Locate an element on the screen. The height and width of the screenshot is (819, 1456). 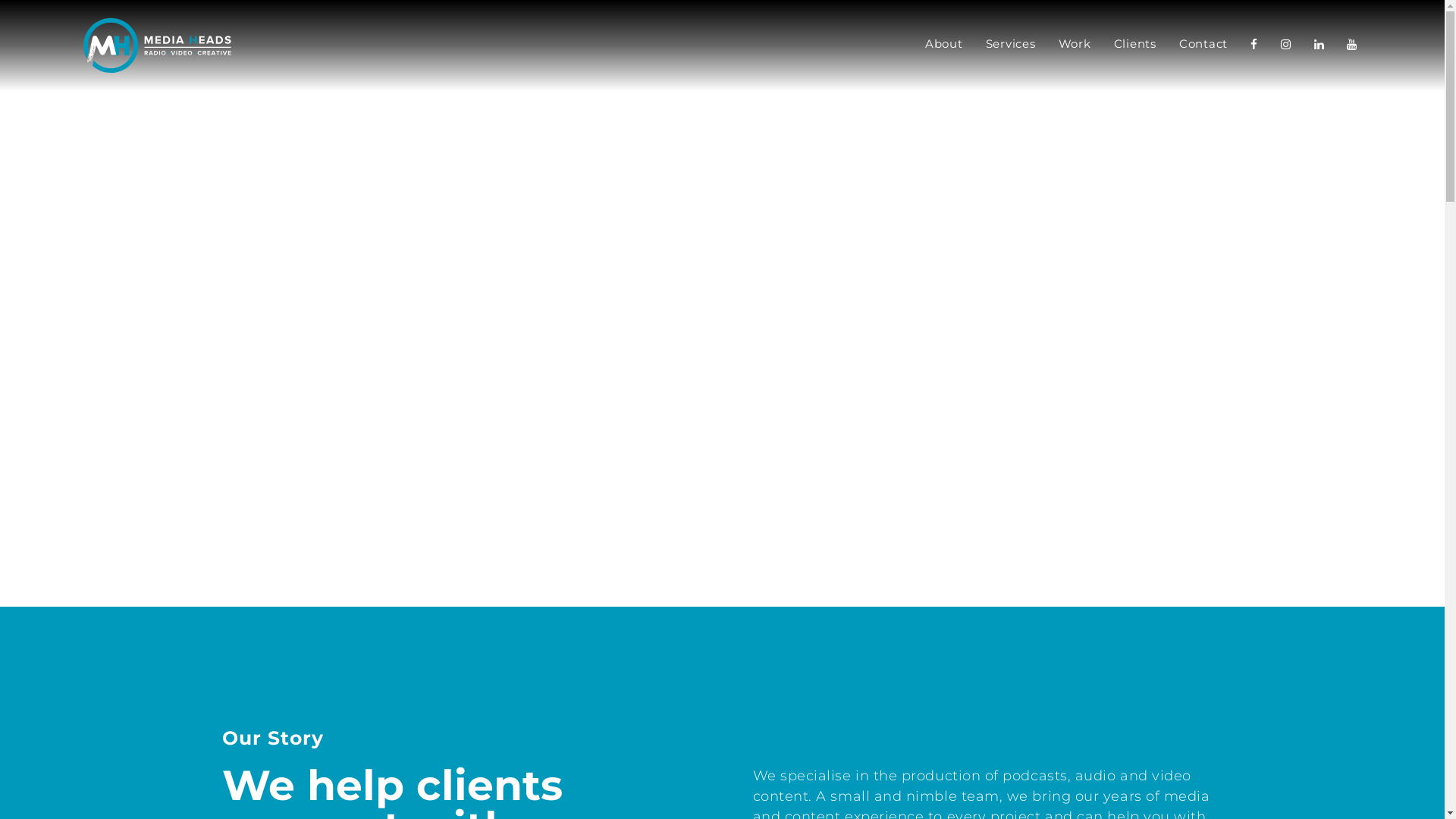
'Services' is located at coordinates (1009, 45).